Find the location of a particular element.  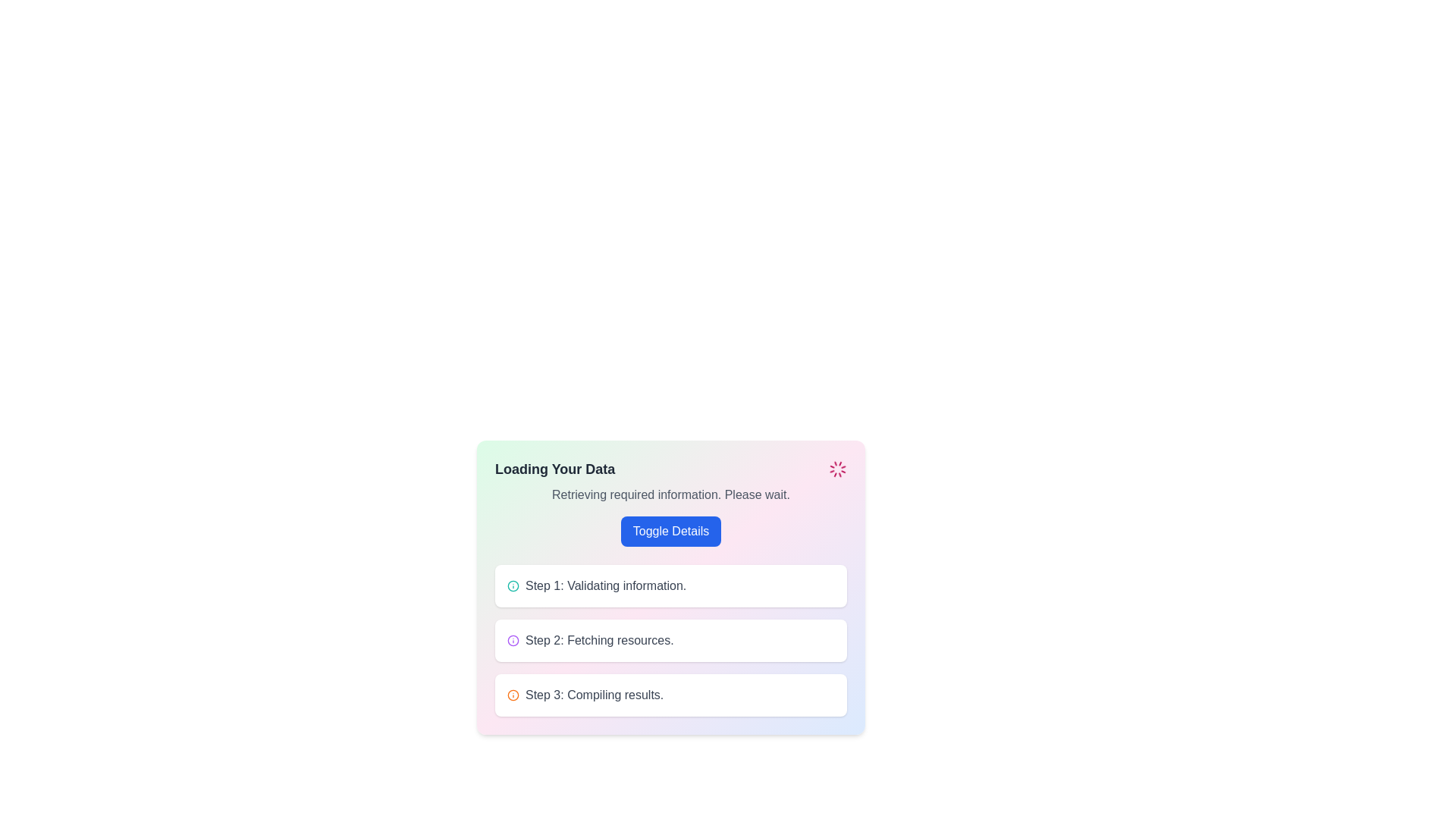

the small, circular loader icon with a pink tone that is positioned to the far right of the 'Loading Your Data' box is located at coordinates (836, 468).